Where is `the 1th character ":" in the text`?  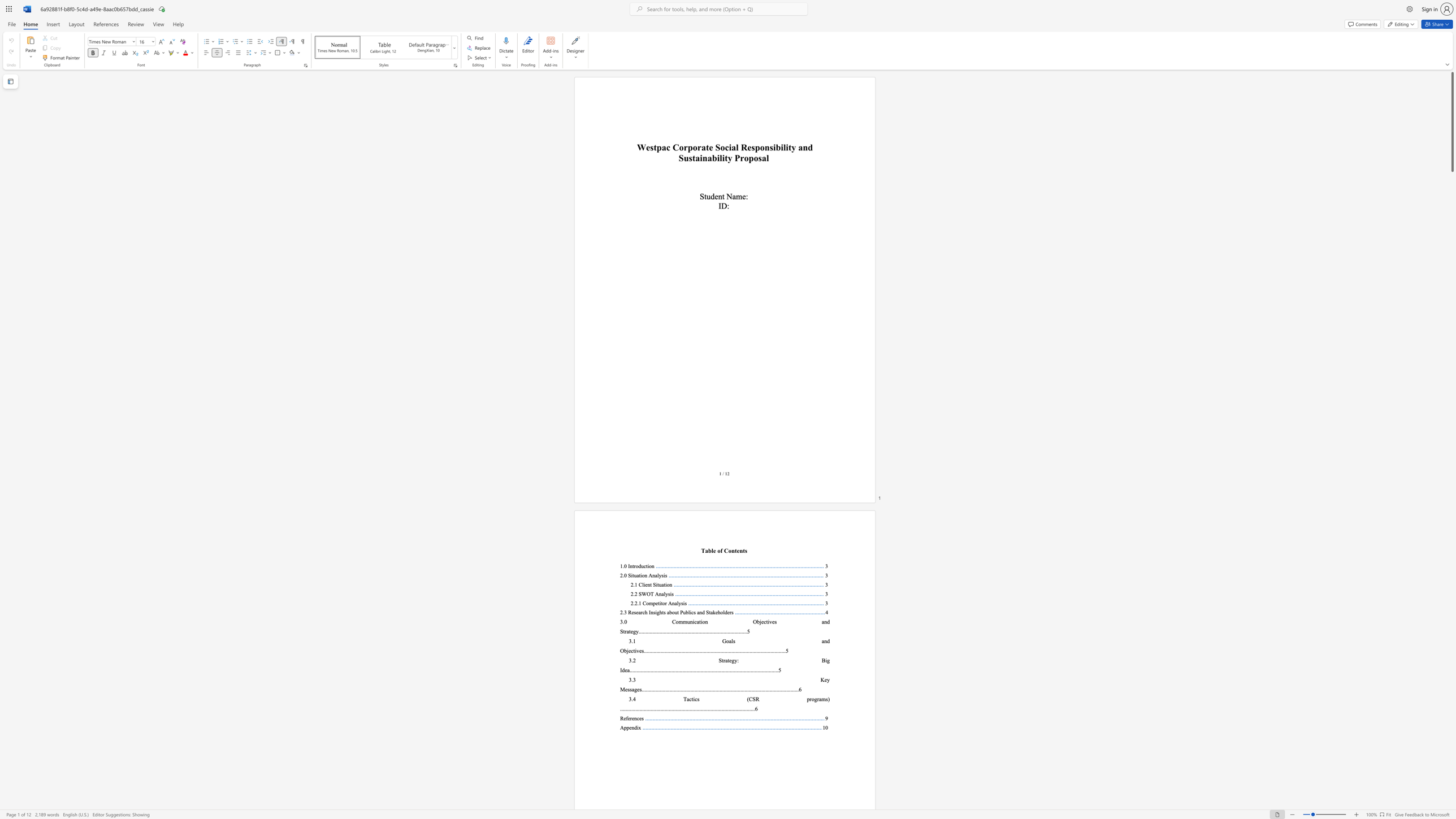
the 1th character ":" in the text is located at coordinates (738, 661).